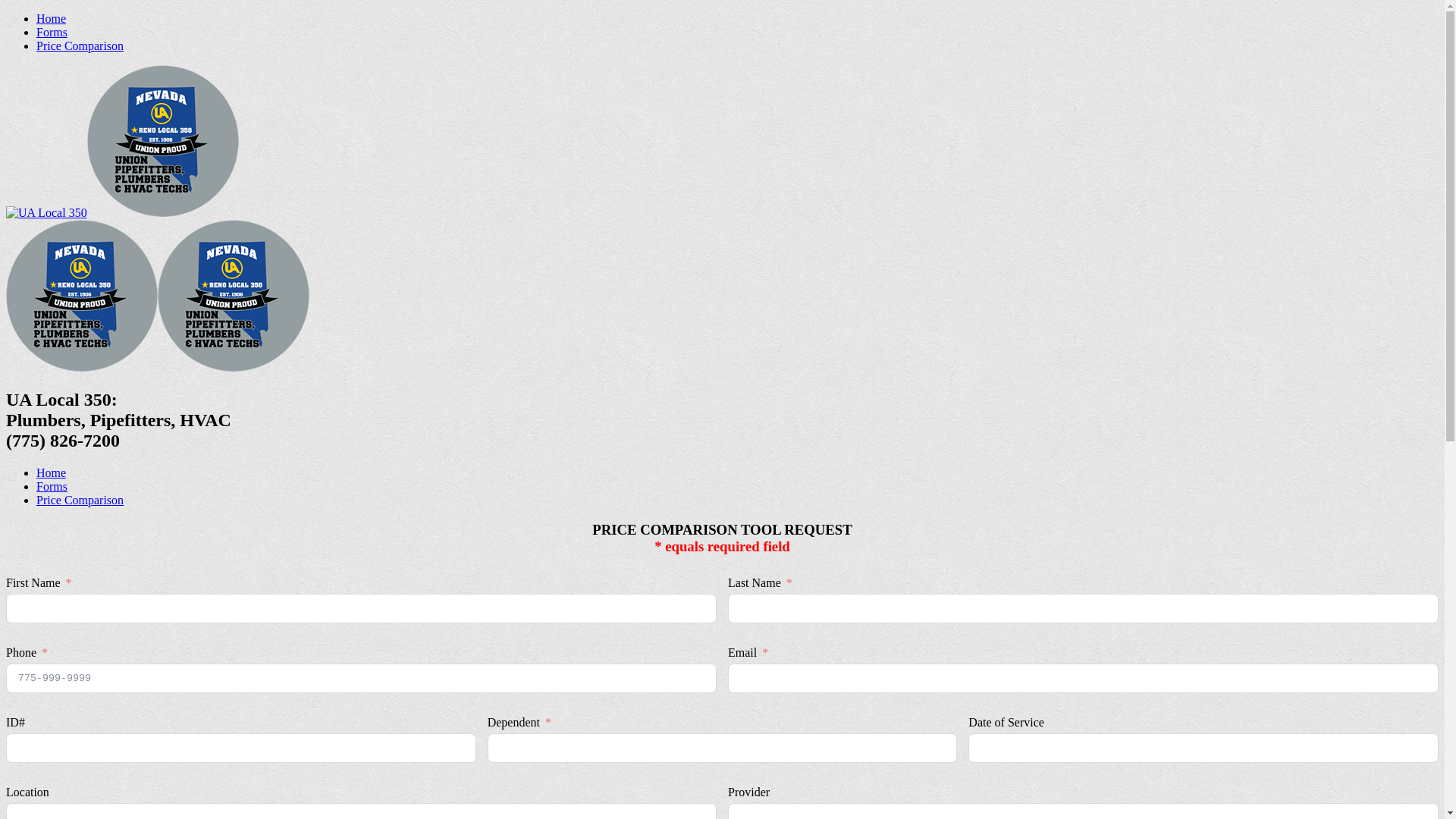 The height and width of the screenshot is (819, 1456). I want to click on 'Forms', so click(52, 32).